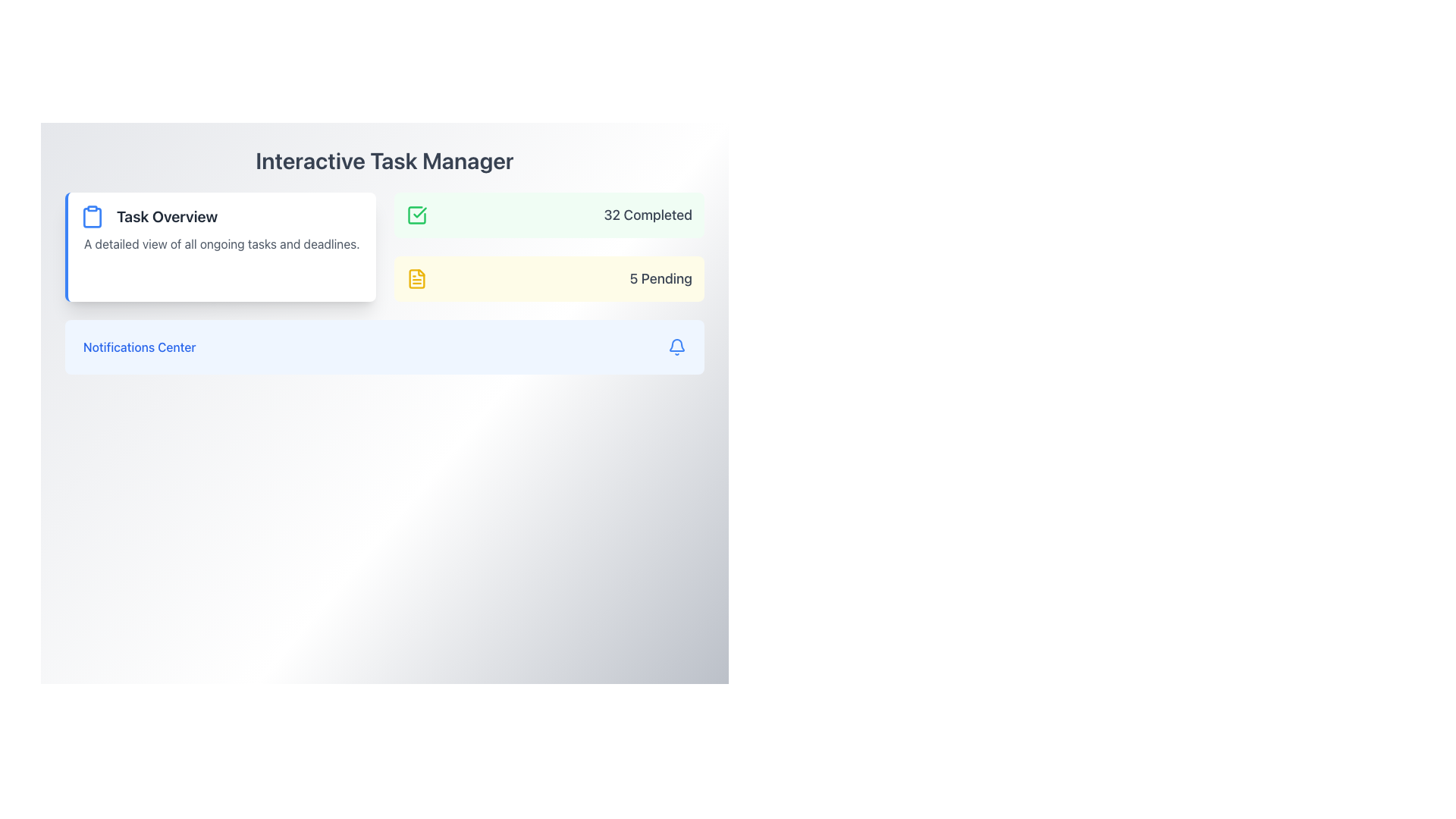  What do you see at coordinates (416, 278) in the screenshot?
I see `the icon representing the document associated with the '5 Pending' status` at bounding box center [416, 278].